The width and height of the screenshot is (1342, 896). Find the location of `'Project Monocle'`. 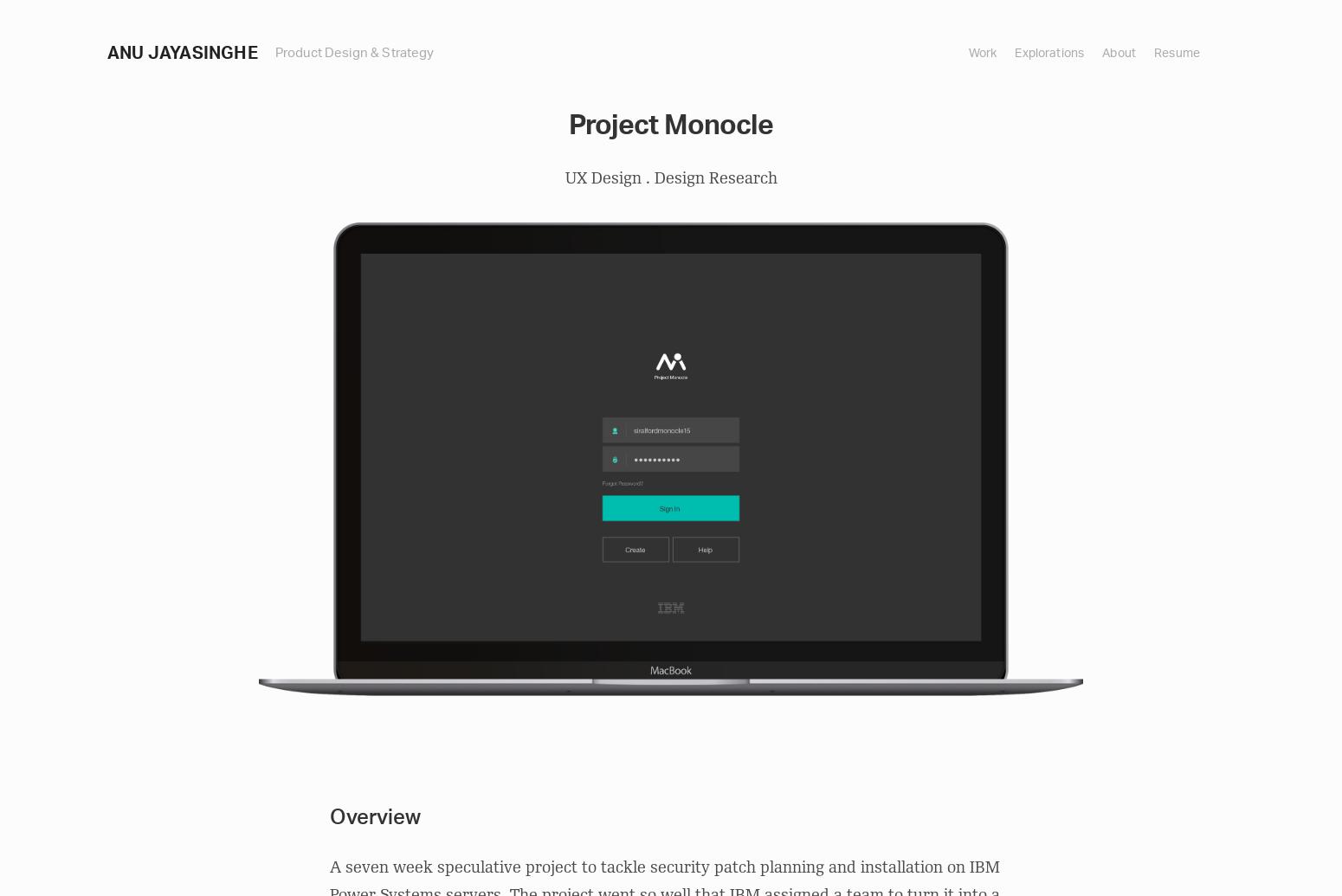

'Project Monocle' is located at coordinates (568, 126).